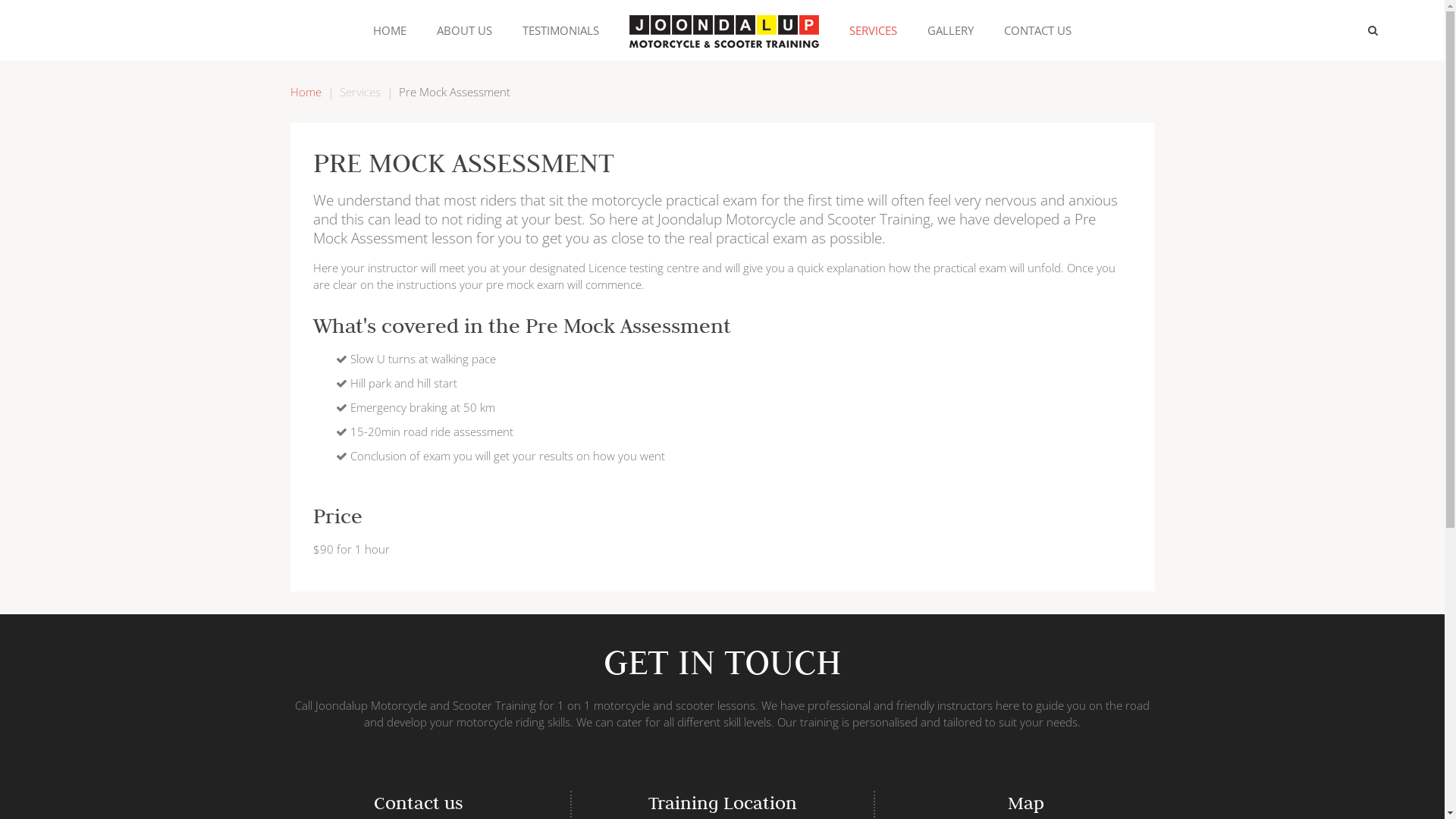  What do you see at coordinates (389, 30) in the screenshot?
I see `'HOME'` at bounding box center [389, 30].